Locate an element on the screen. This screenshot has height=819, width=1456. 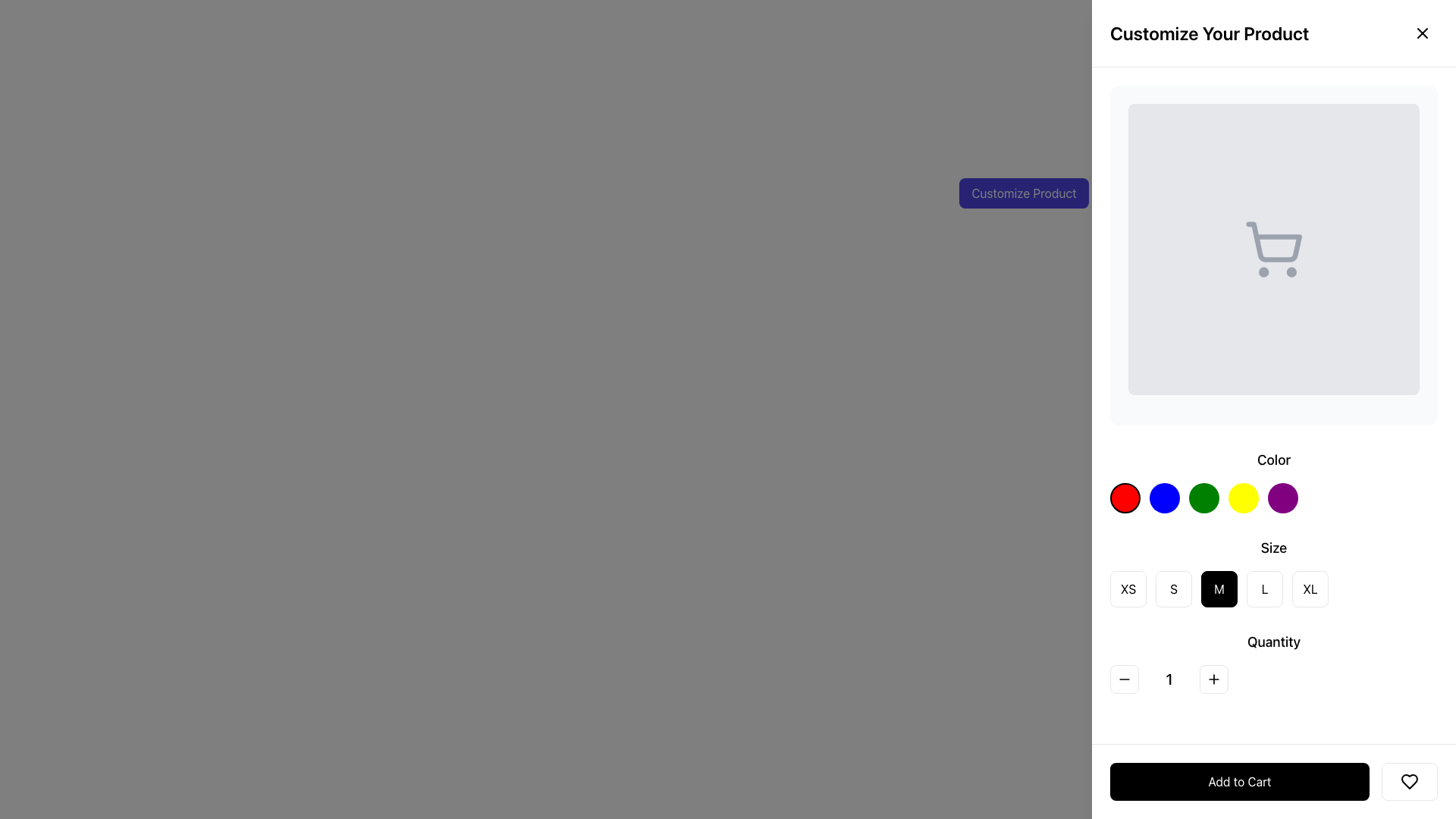
the interactive button for selecting the 'XS' size option located directly below the 'Size' label and to the left of the 'S' button is located at coordinates (1128, 588).